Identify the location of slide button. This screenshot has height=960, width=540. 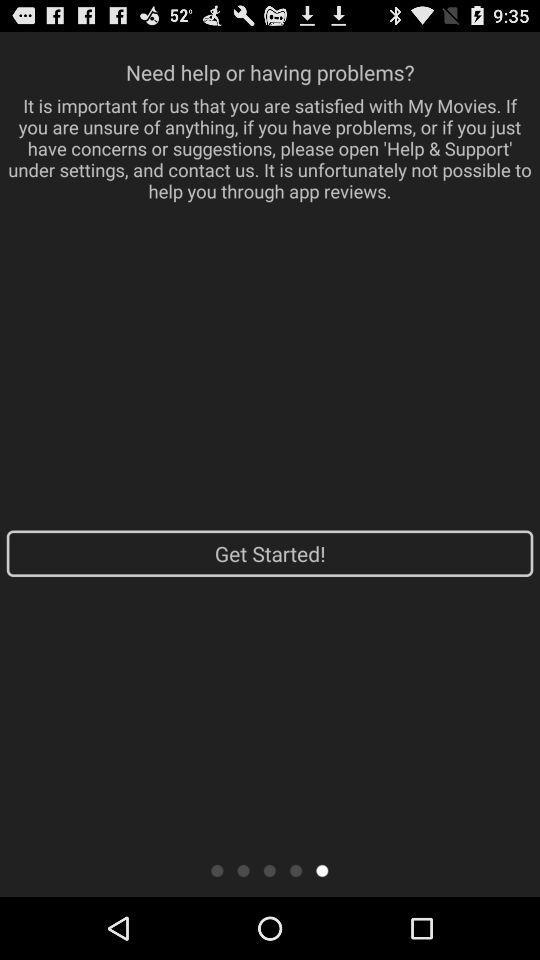
(322, 869).